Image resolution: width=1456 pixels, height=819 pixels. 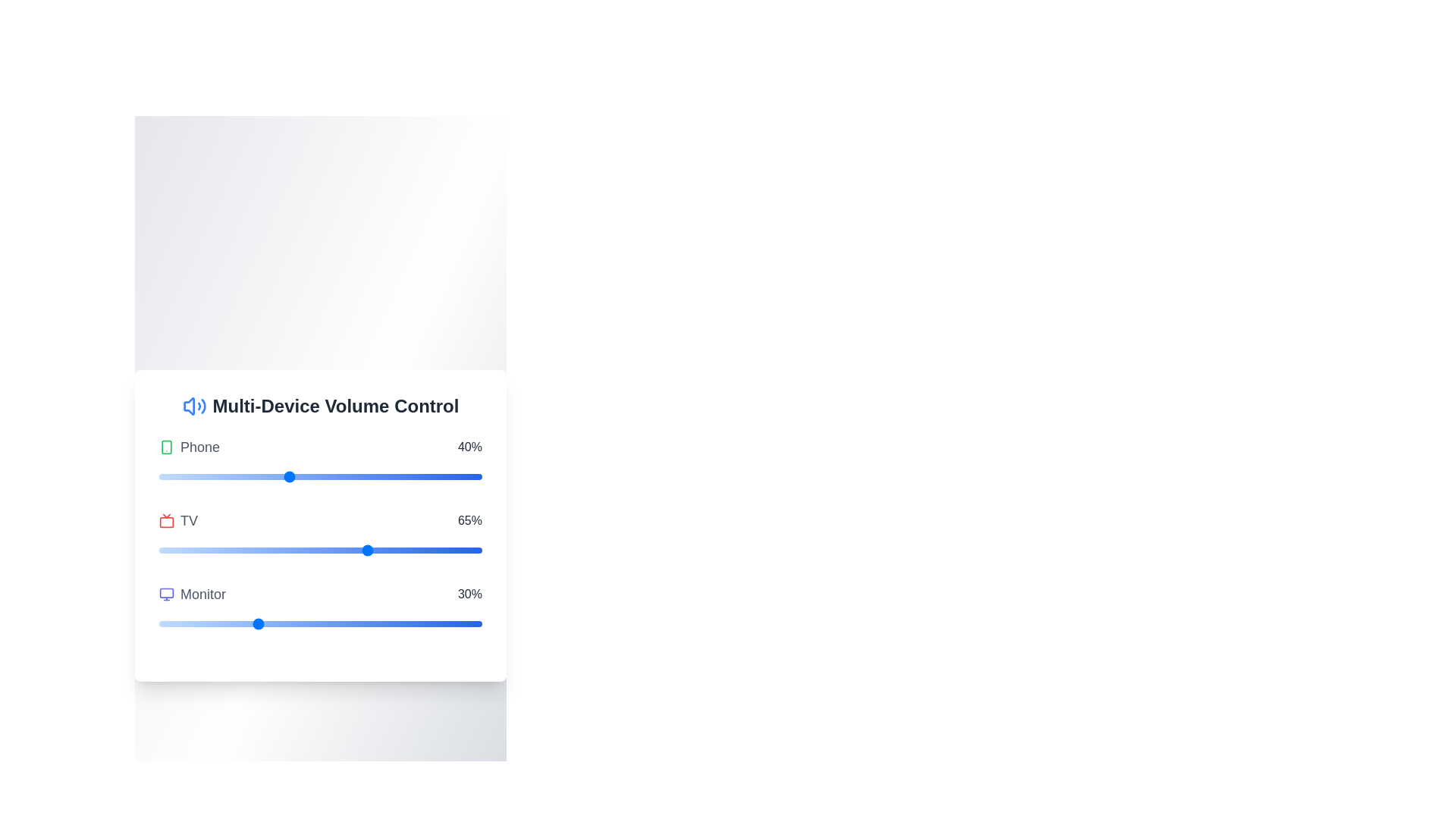 I want to click on the Information display row labeled 'Monitor', so click(x=319, y=593).